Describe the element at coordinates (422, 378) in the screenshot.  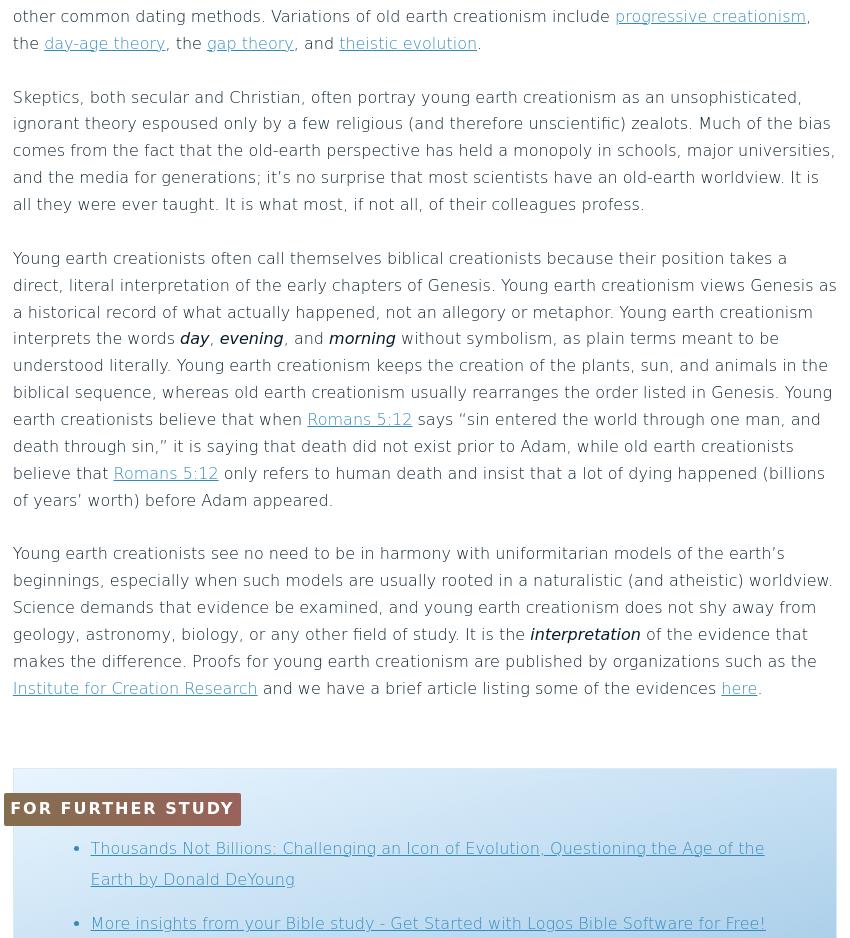
I see `'without symbolism, as plain terms meant to be understood literally. Young earth creationism keeps the creation of the plants, sun, and animals in the biblical sequence, whereas old earth creationism usually rearranges the order listed in Genesis. Young earth creationists believe that when'` at that location.